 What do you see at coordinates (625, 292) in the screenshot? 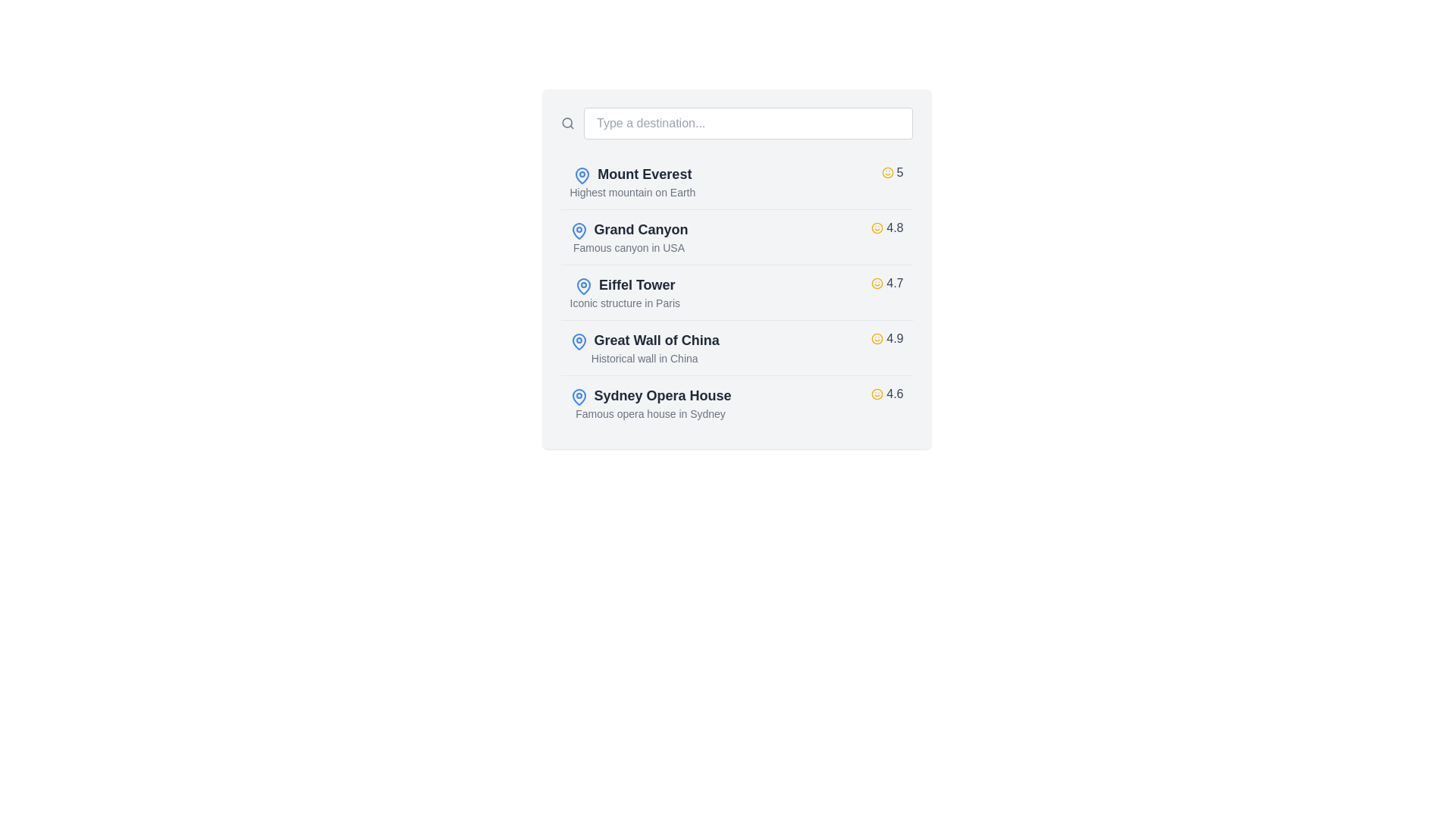
I see `the blue map pin icon of the destination titled 'Eiffel Tower'` at bounding box center [625, 292].